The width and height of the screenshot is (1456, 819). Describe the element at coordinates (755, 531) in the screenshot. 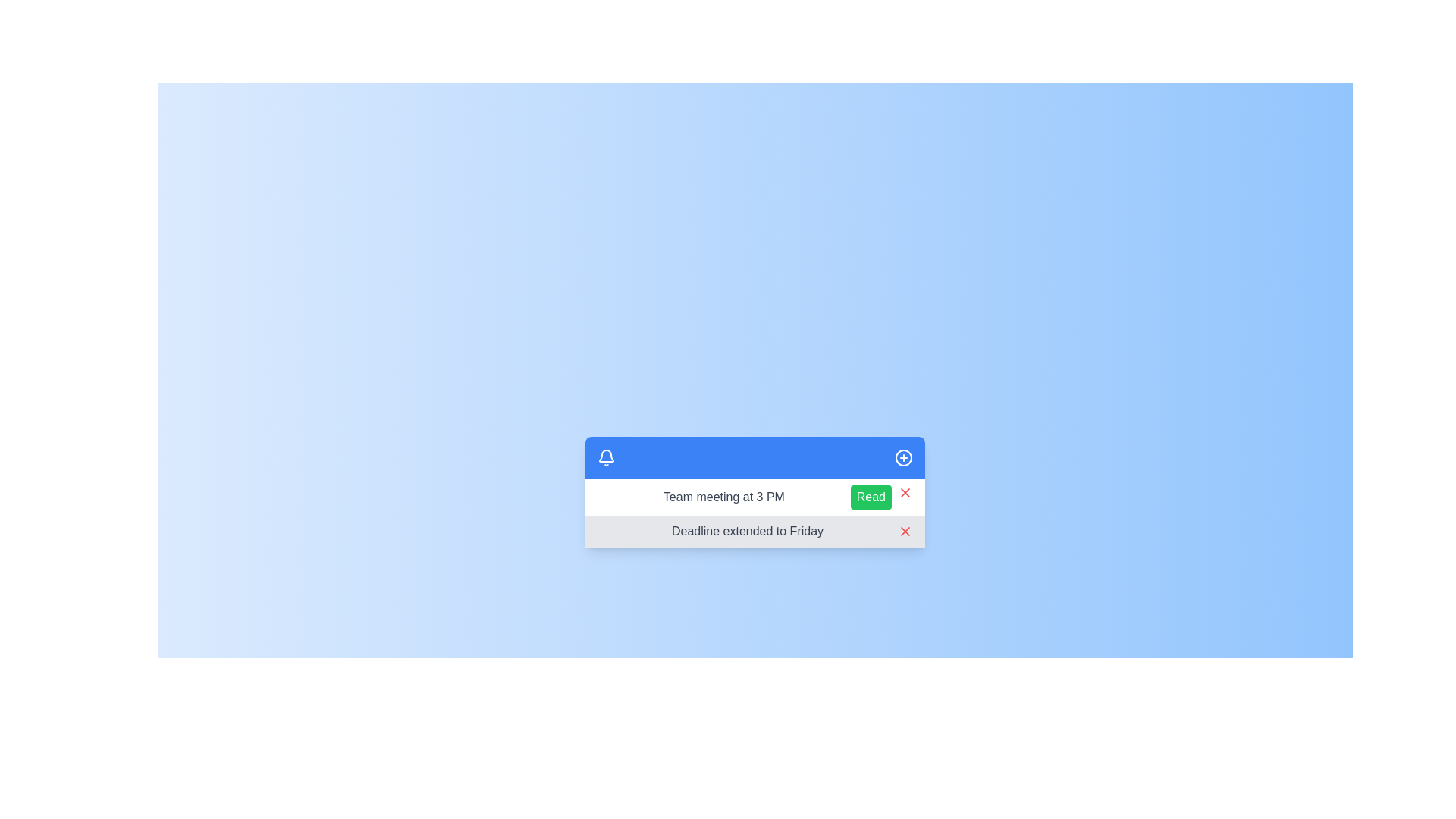

I see `the Notification bar that informs about a deadline update with a dismiss button` at that location.